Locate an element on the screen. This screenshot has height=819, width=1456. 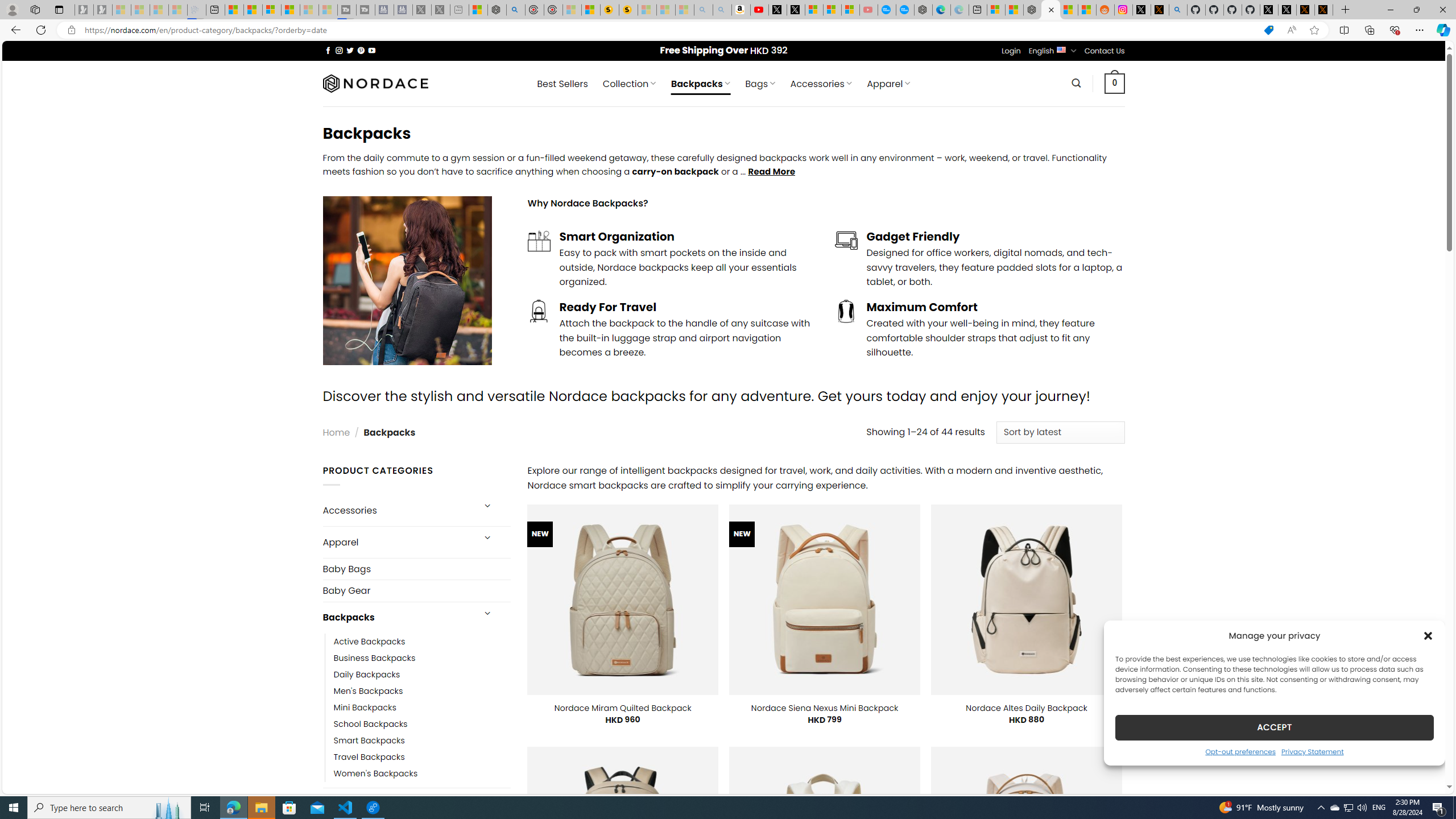
'ACCEPT' is located at coordinates (1275, 727).